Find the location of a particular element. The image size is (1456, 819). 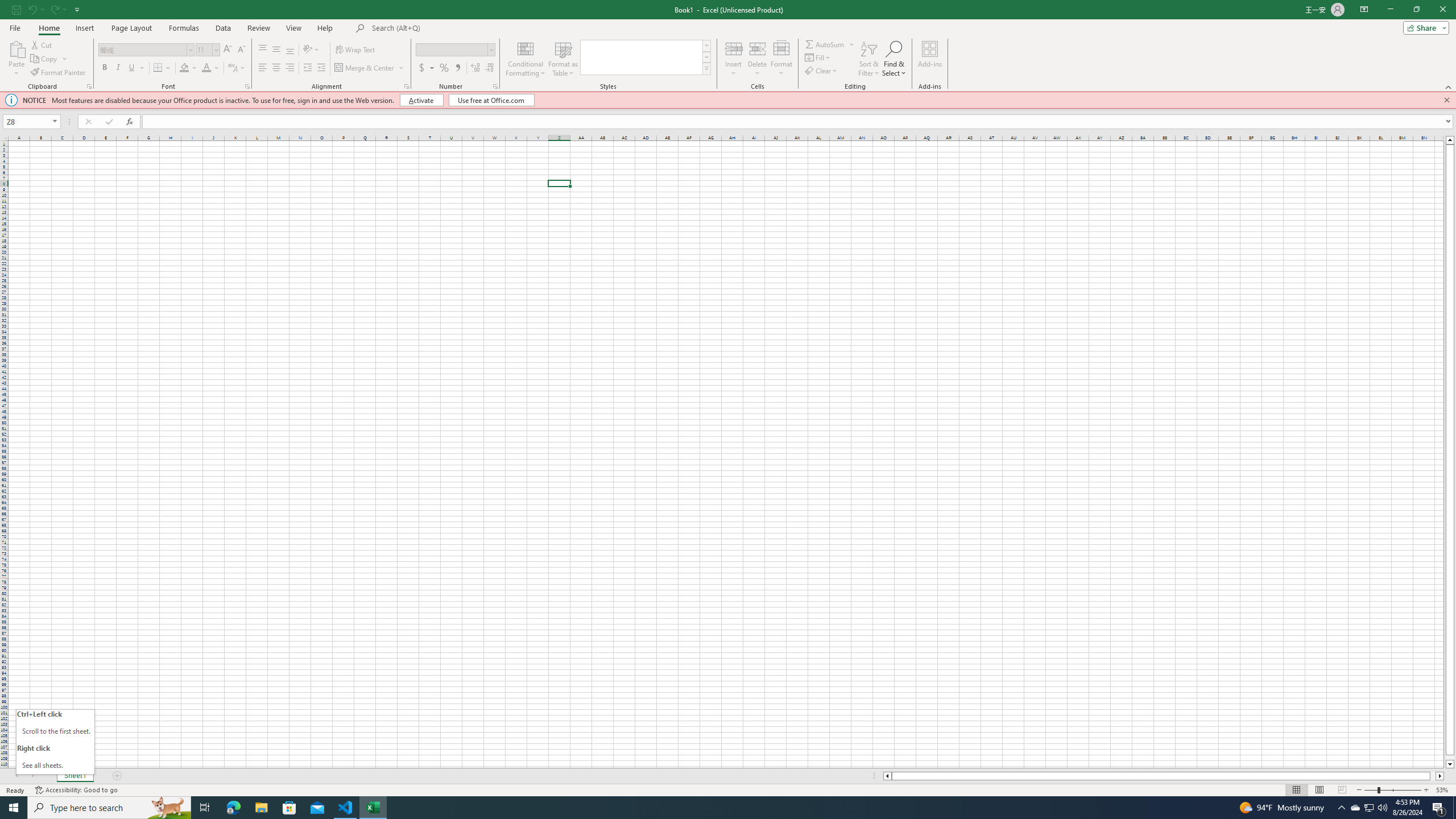

'Row up' is located at coordinates (705, 45).